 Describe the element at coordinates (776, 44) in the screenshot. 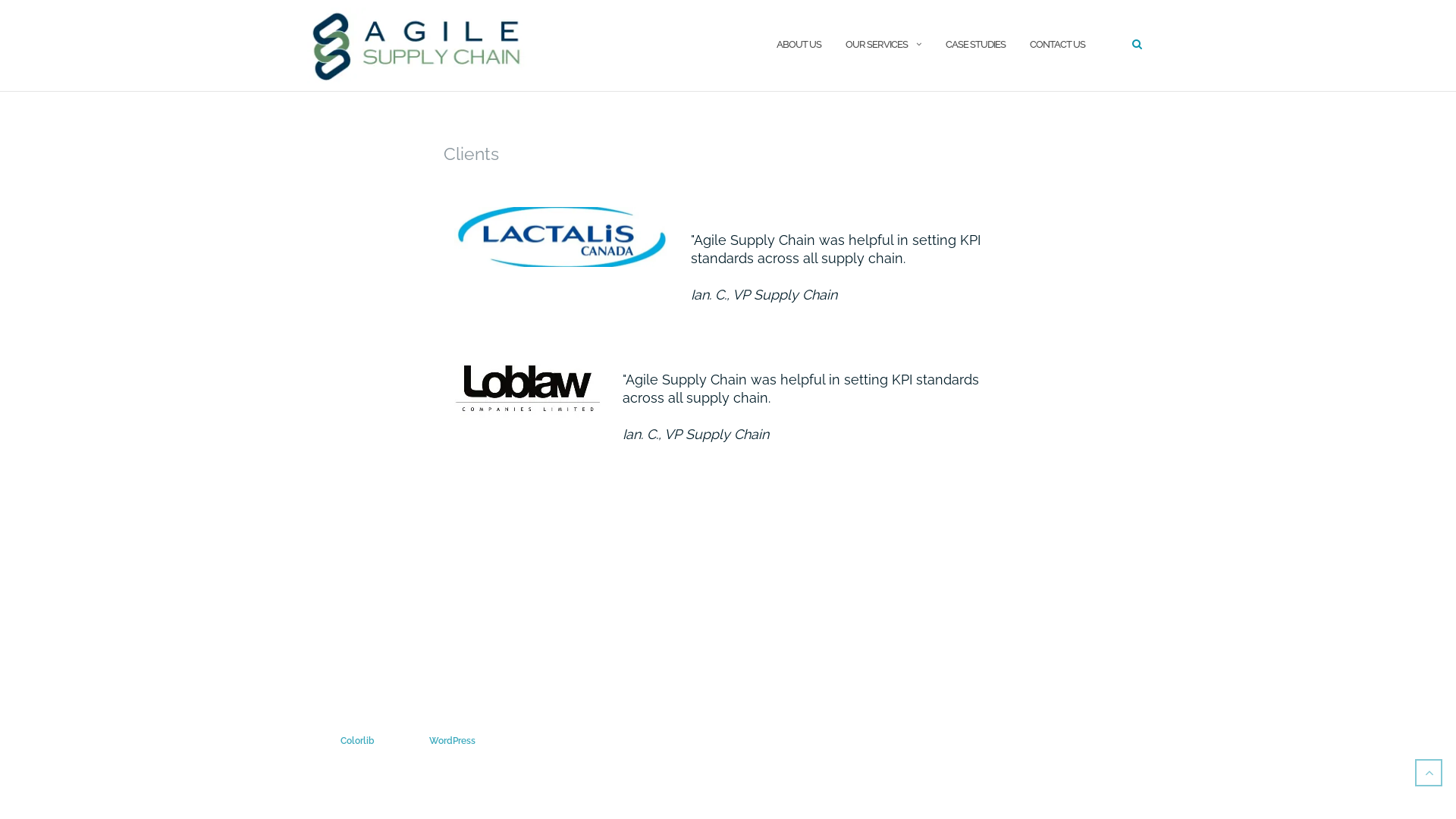

I see `'ABOUT US'` at that location.